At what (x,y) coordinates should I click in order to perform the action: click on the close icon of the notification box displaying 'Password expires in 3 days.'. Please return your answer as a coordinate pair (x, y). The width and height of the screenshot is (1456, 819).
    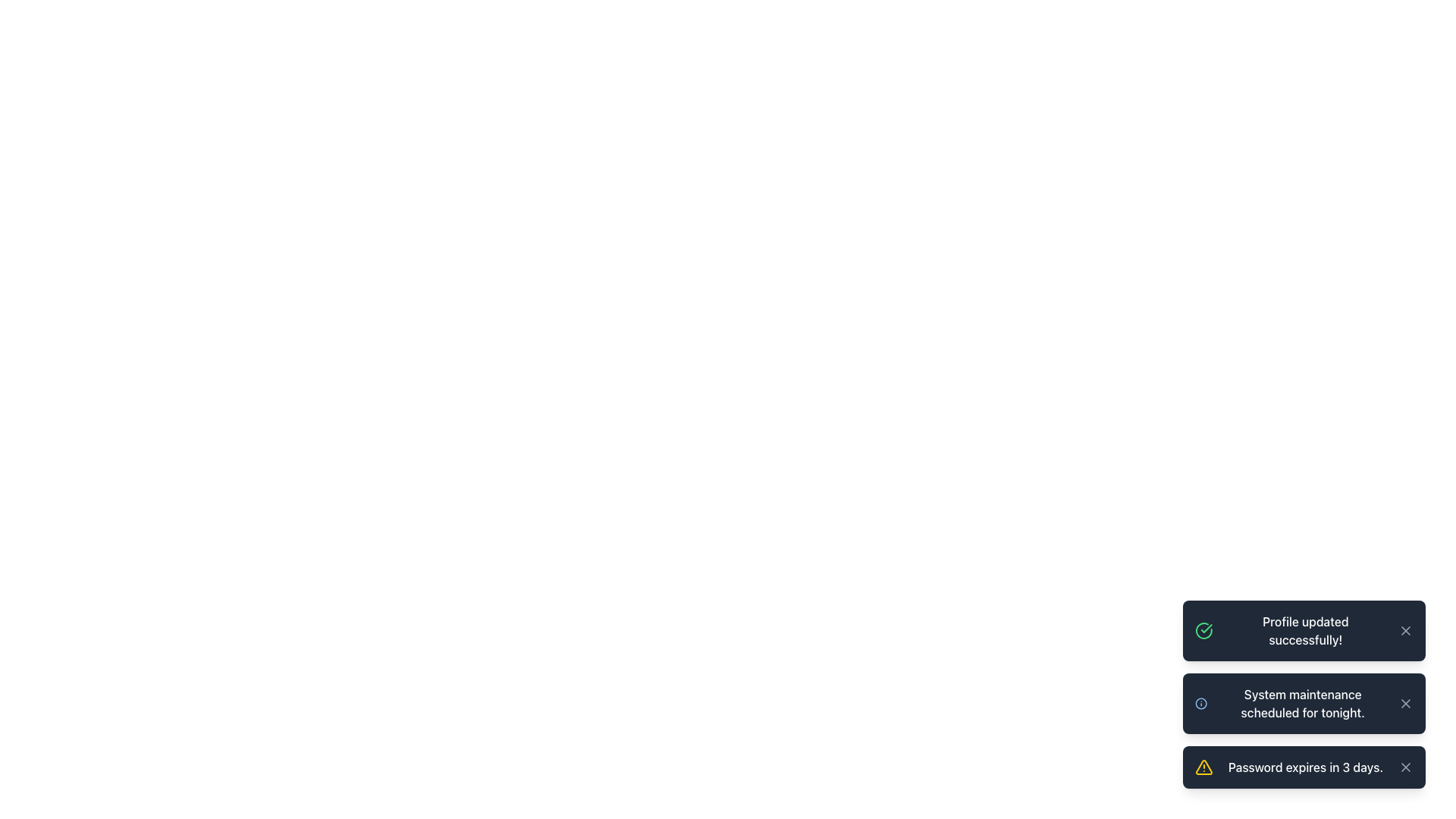
    Looking at the image, I should click on (1303, 767).